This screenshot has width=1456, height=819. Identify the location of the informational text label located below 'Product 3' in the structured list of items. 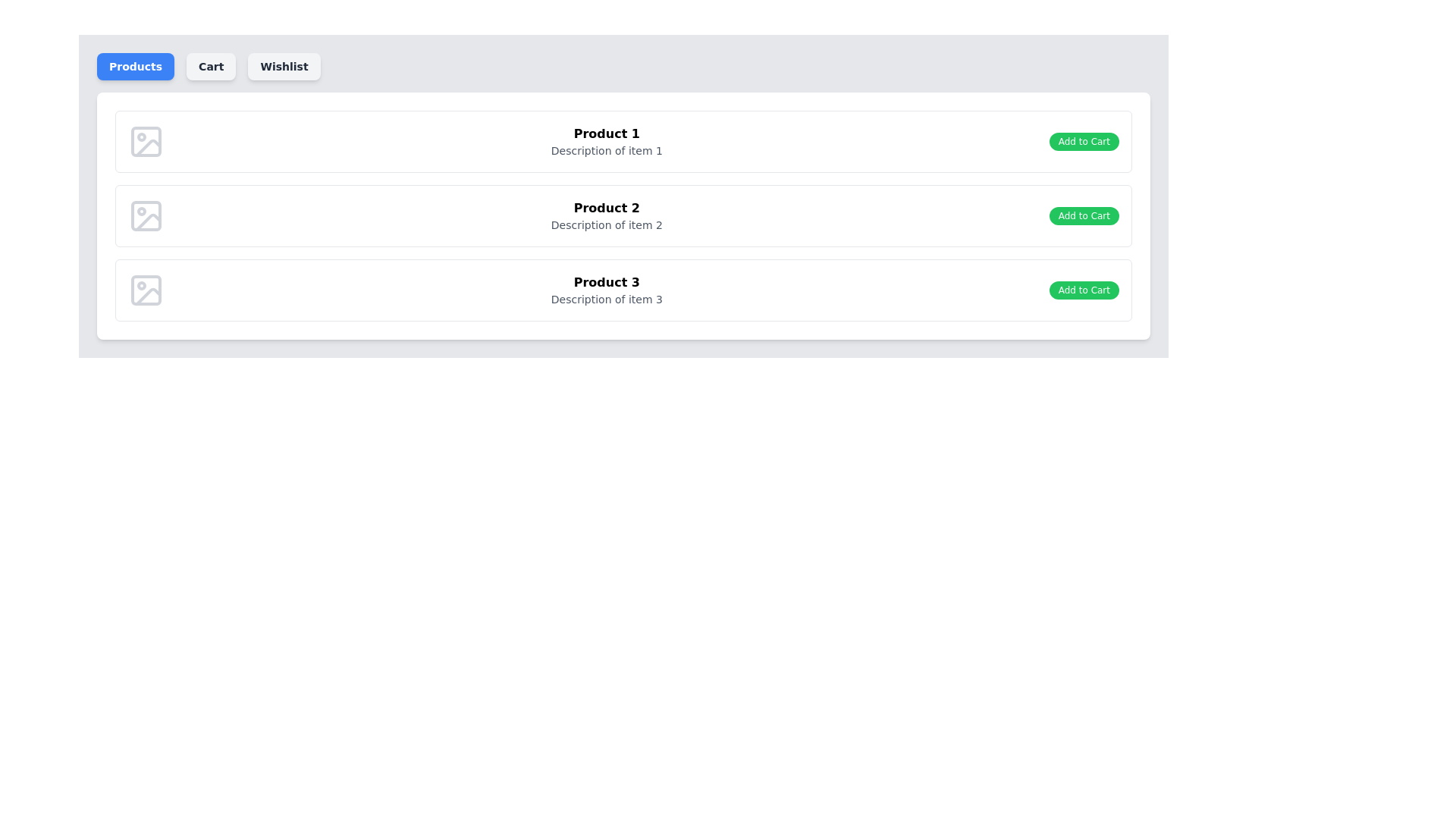
(607, 299).